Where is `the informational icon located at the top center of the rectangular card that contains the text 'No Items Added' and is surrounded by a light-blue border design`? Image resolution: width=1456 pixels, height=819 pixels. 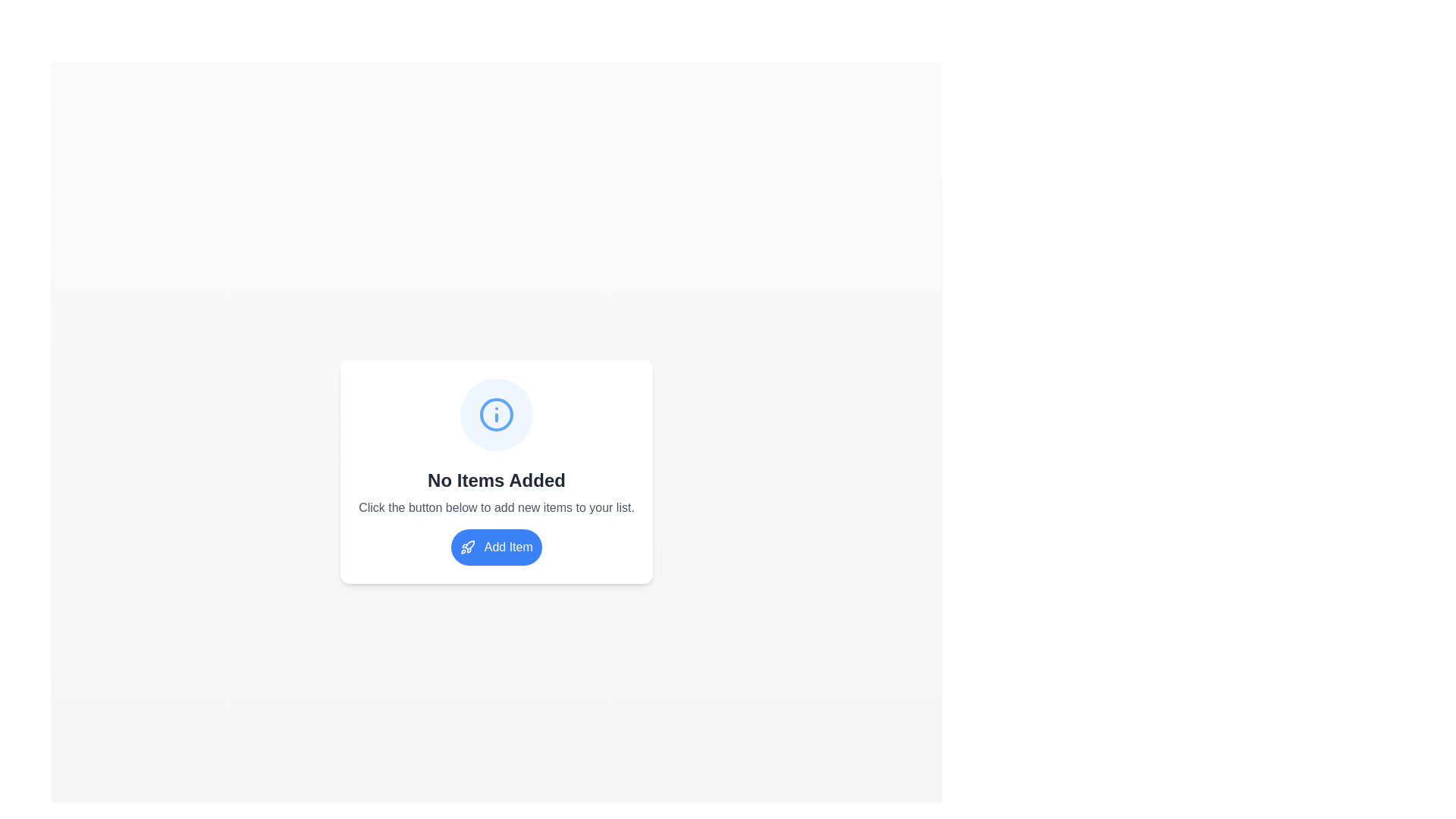 the informational icon located at the top center of the rectangular card that contains the text 'No Items Added' and is surrounded by a light-blue border design is located at coordinates (496, 414).